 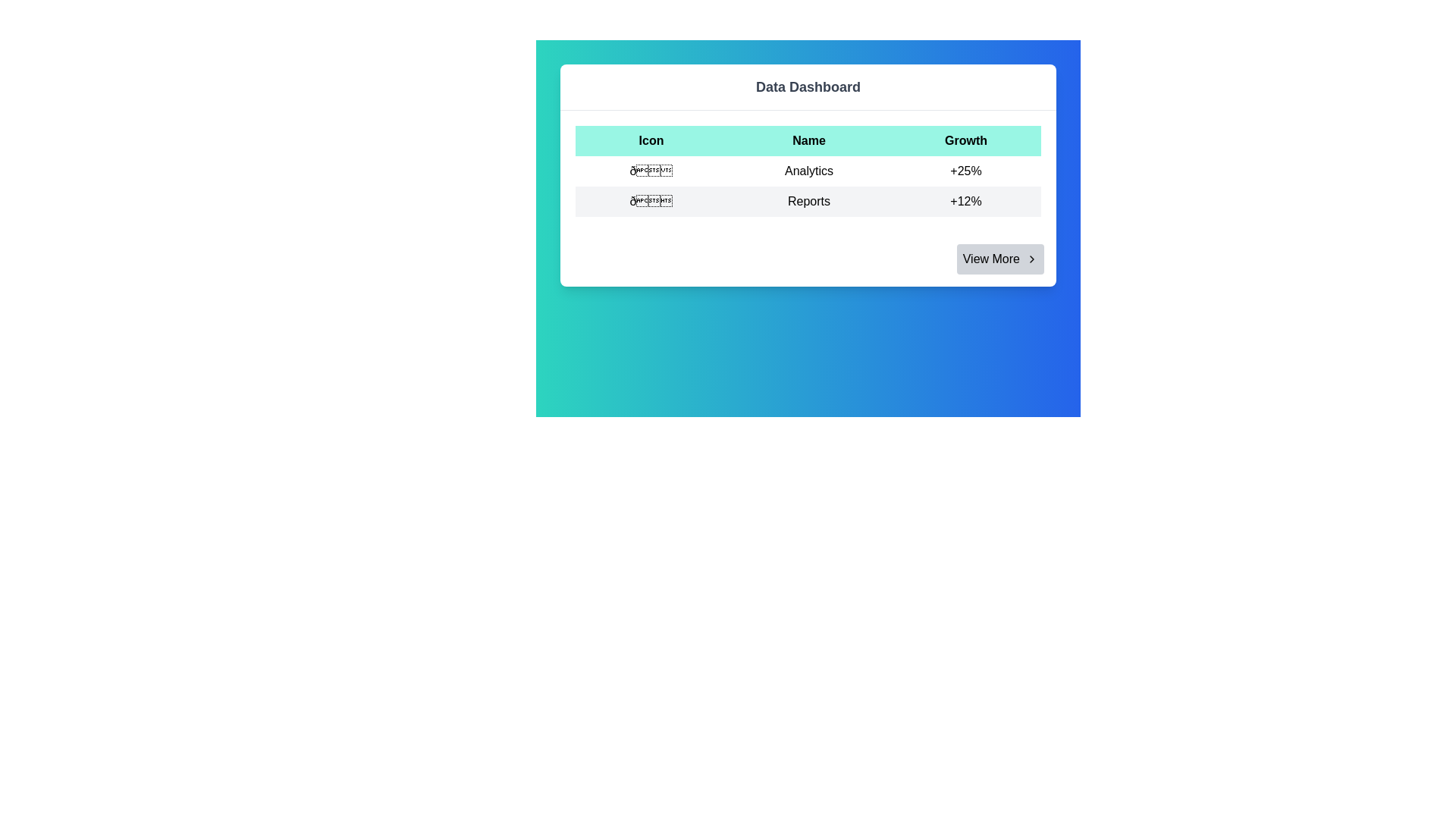 I want to click on the emoji-like graphical symbol, so click(x=651, y=201).